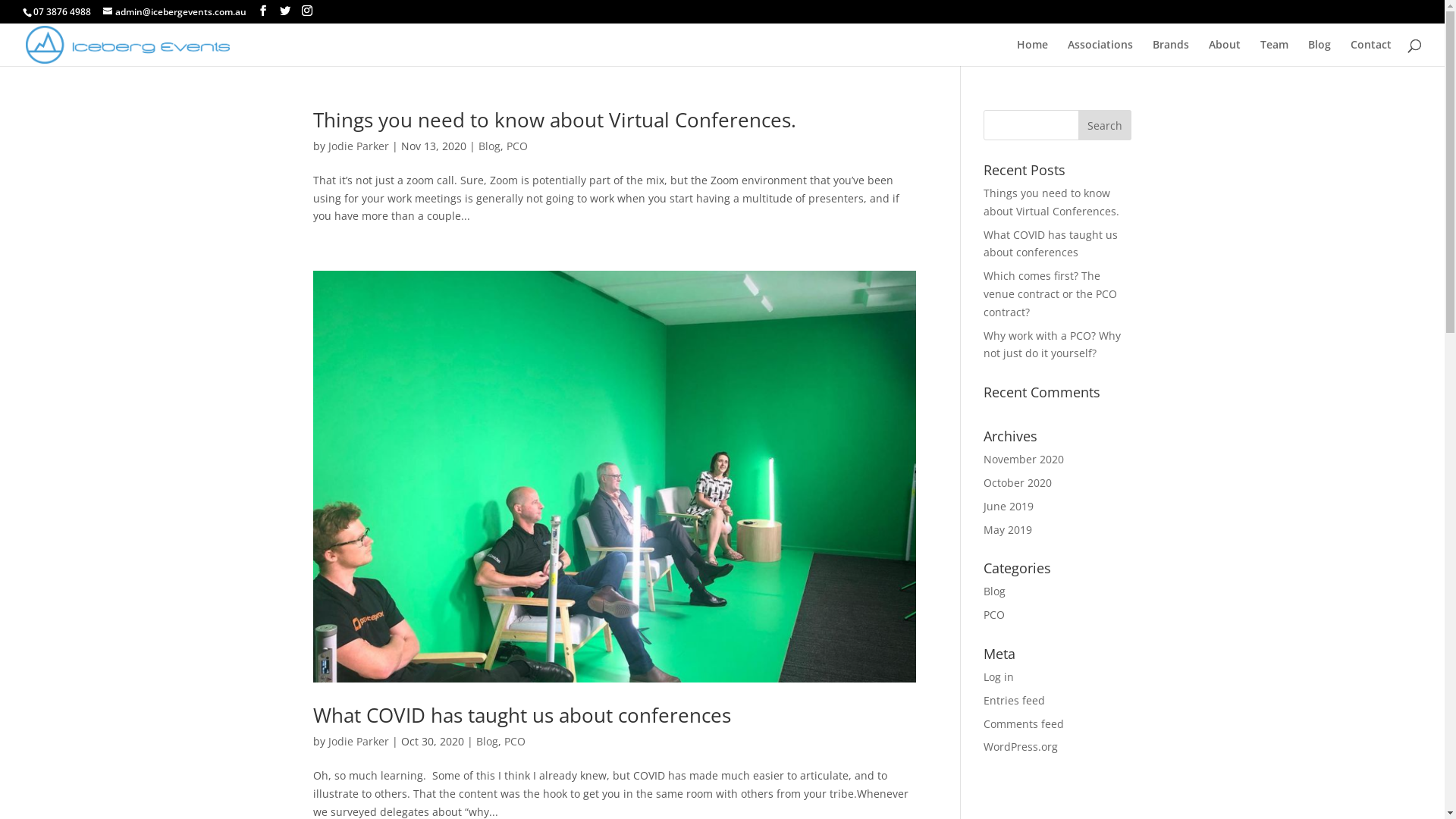 The image size is (1456, 819). Describe the element at coordinates (993, 614) in the screenshot. I see `'PCO'` at that location.